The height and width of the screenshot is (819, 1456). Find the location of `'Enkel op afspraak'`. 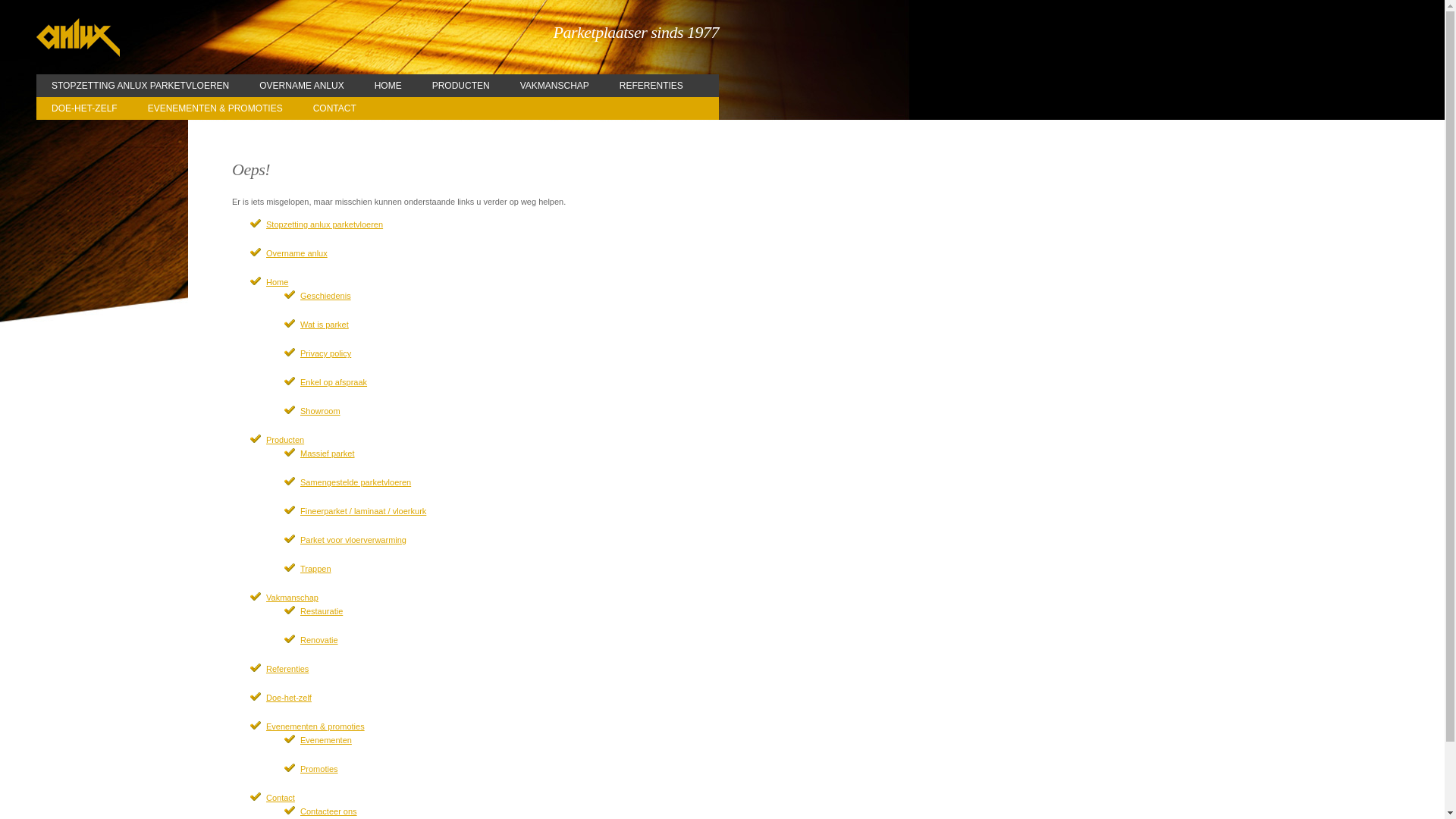

'Enkel op afspraak' is located at coordinates (333, 381).